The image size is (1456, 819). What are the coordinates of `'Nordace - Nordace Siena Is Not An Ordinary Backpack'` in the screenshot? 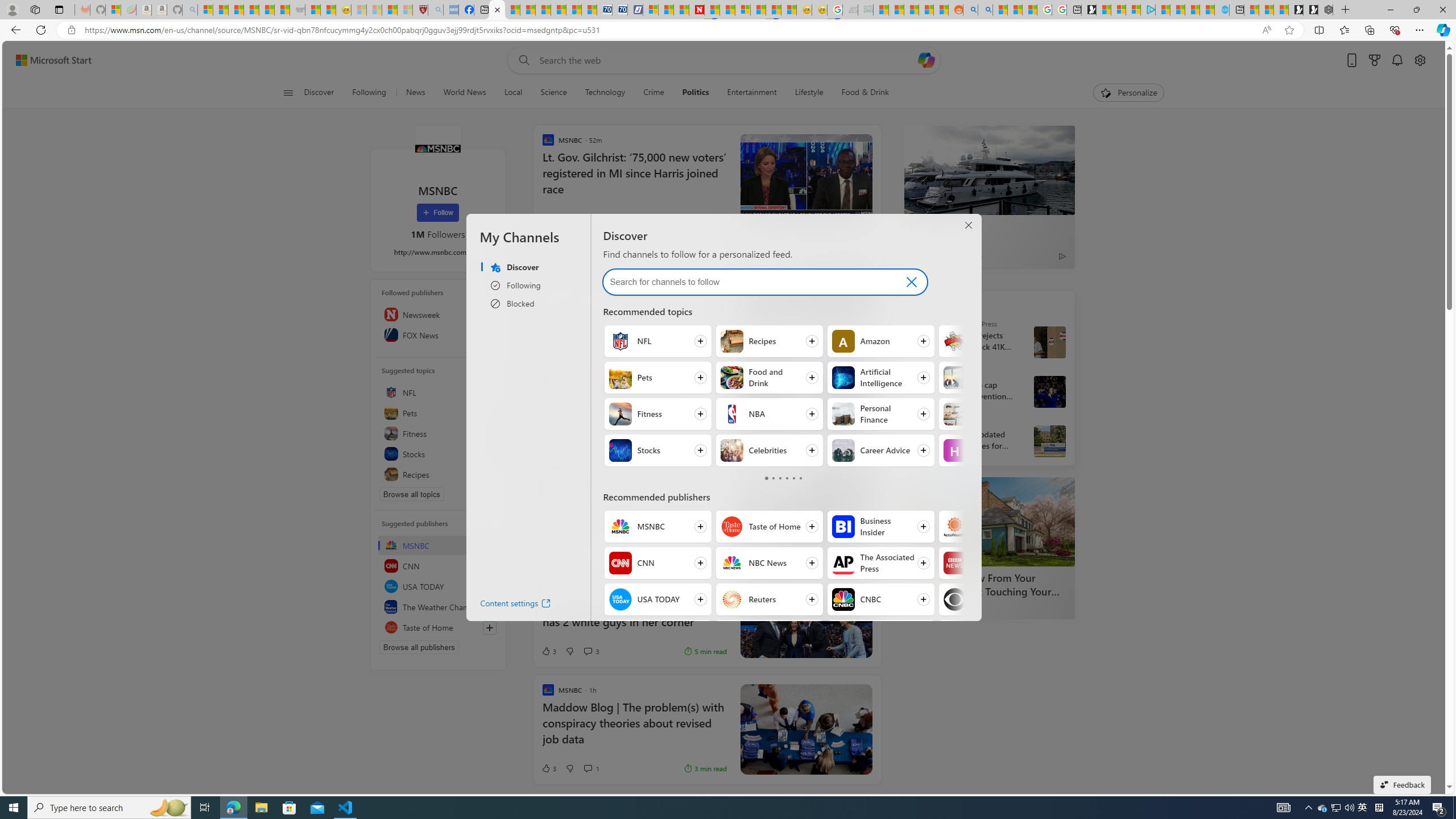 It's located at (1325, 9).